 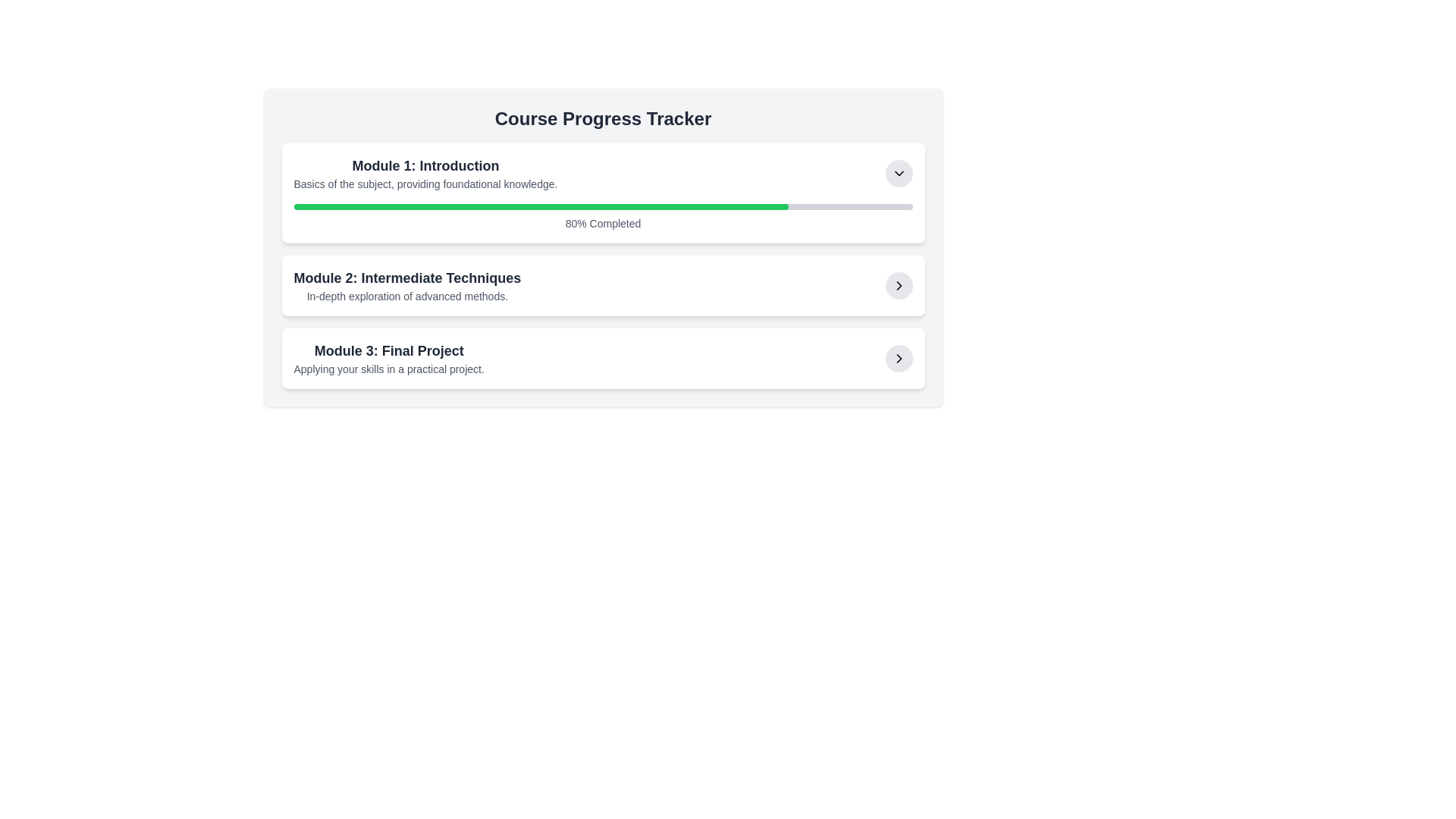 I want to click on the text label reading '80% Completed', which is styled with a small text size and gray color, located below the green progress bar in the 'Module 1: Introduction' section, so click(x=602, y=223).